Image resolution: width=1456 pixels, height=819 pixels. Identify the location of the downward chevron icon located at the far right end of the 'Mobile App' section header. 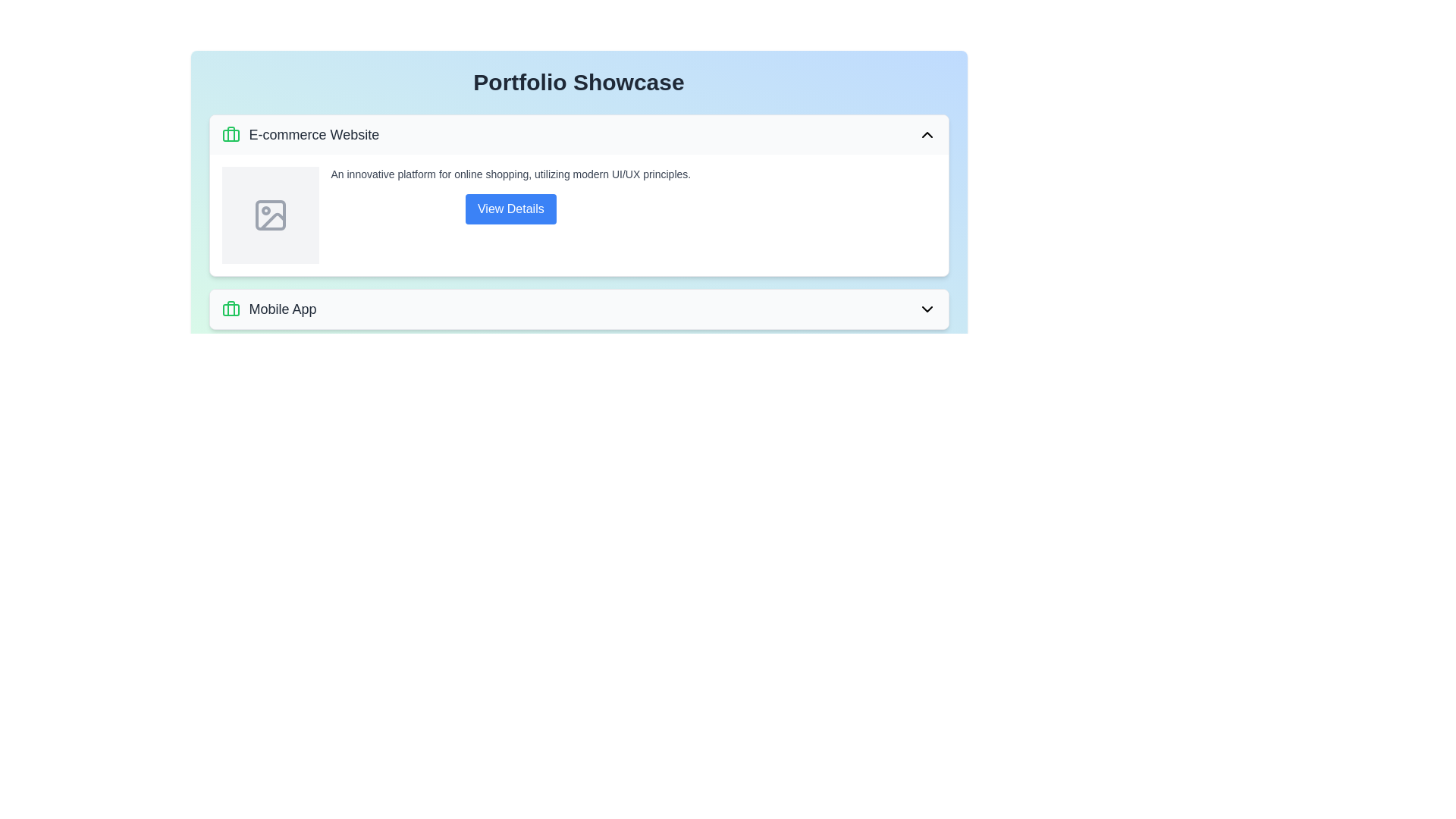
(926, 309).